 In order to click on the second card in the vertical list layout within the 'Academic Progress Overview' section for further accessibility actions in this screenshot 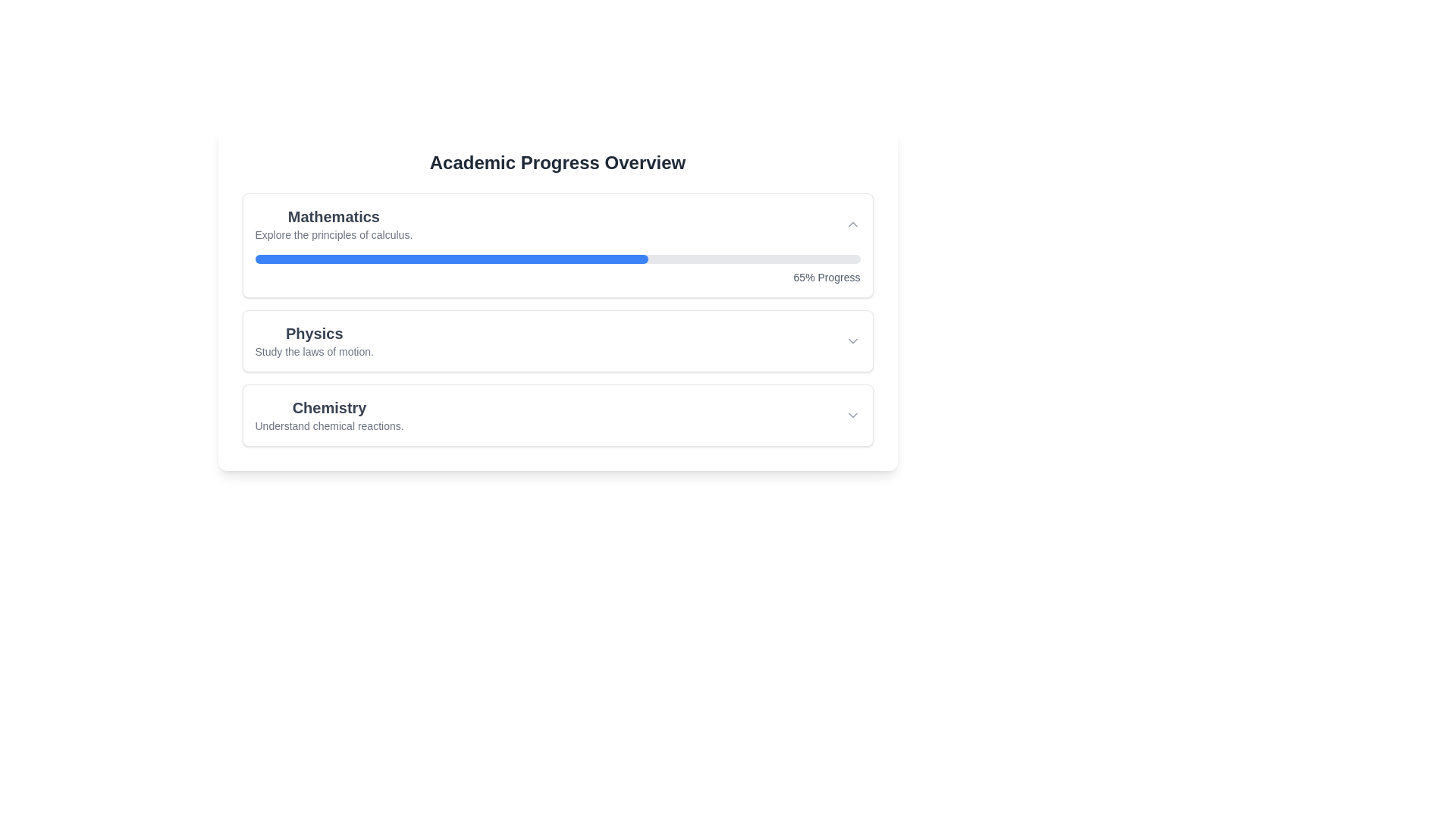, I will do `click(557, 318)`.